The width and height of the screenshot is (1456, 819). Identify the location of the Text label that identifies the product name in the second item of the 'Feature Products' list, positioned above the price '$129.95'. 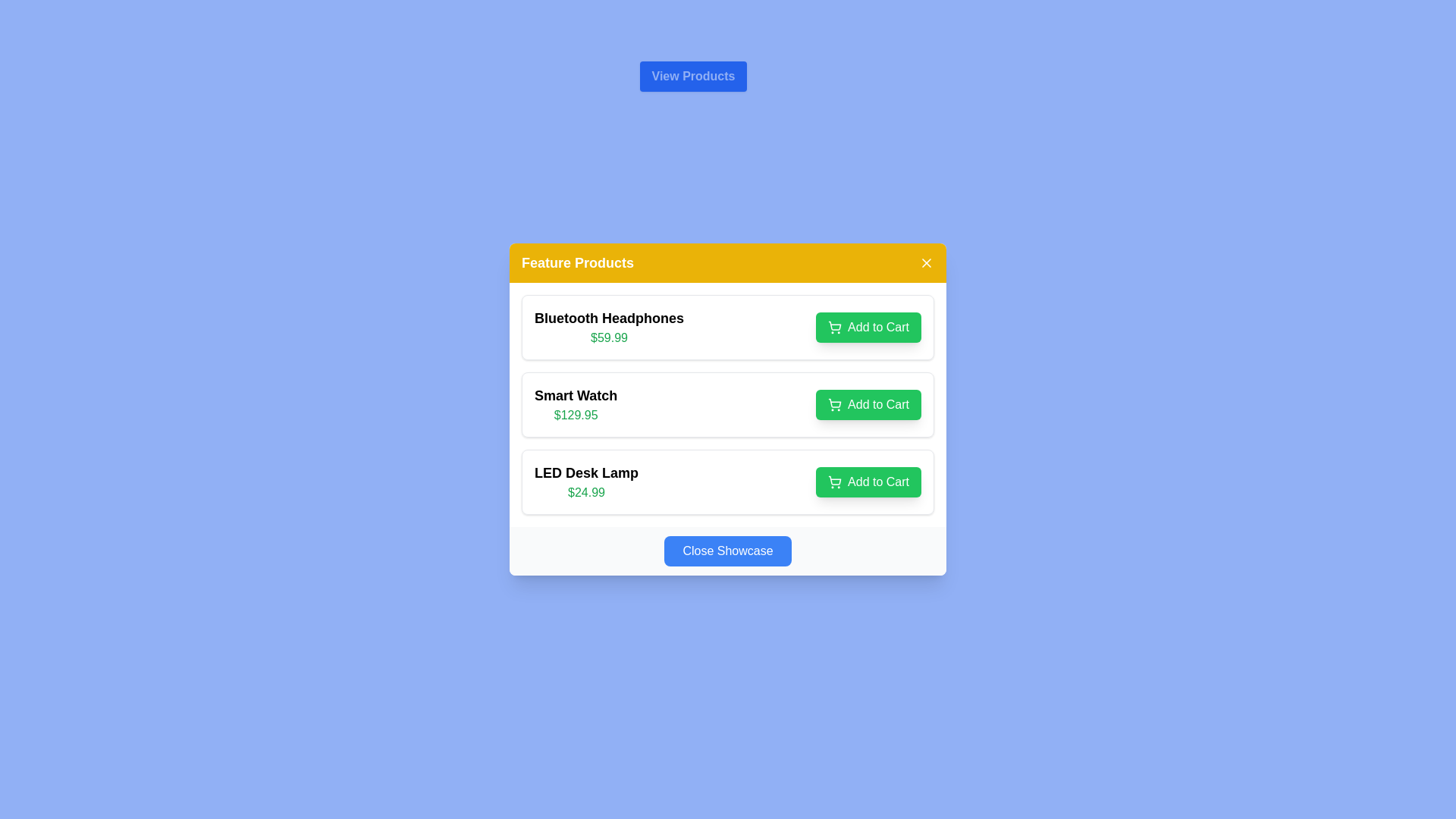
(575, 394).